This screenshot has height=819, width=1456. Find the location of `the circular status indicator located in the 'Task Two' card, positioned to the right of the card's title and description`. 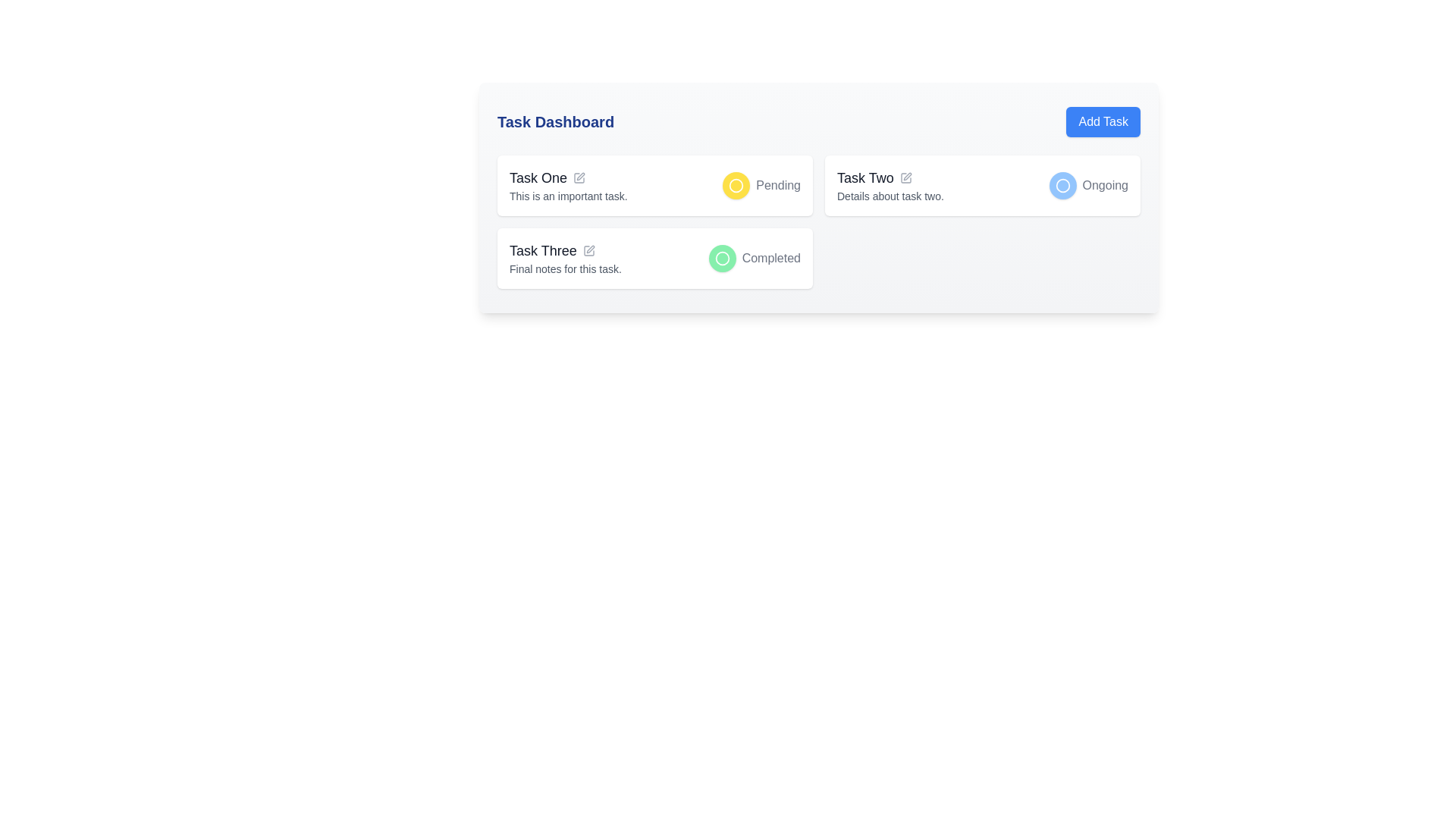

the circular status indicator located in the 'Task Two' card, positioned to the right of the card's title and description is located at coordinates (1062, 185).